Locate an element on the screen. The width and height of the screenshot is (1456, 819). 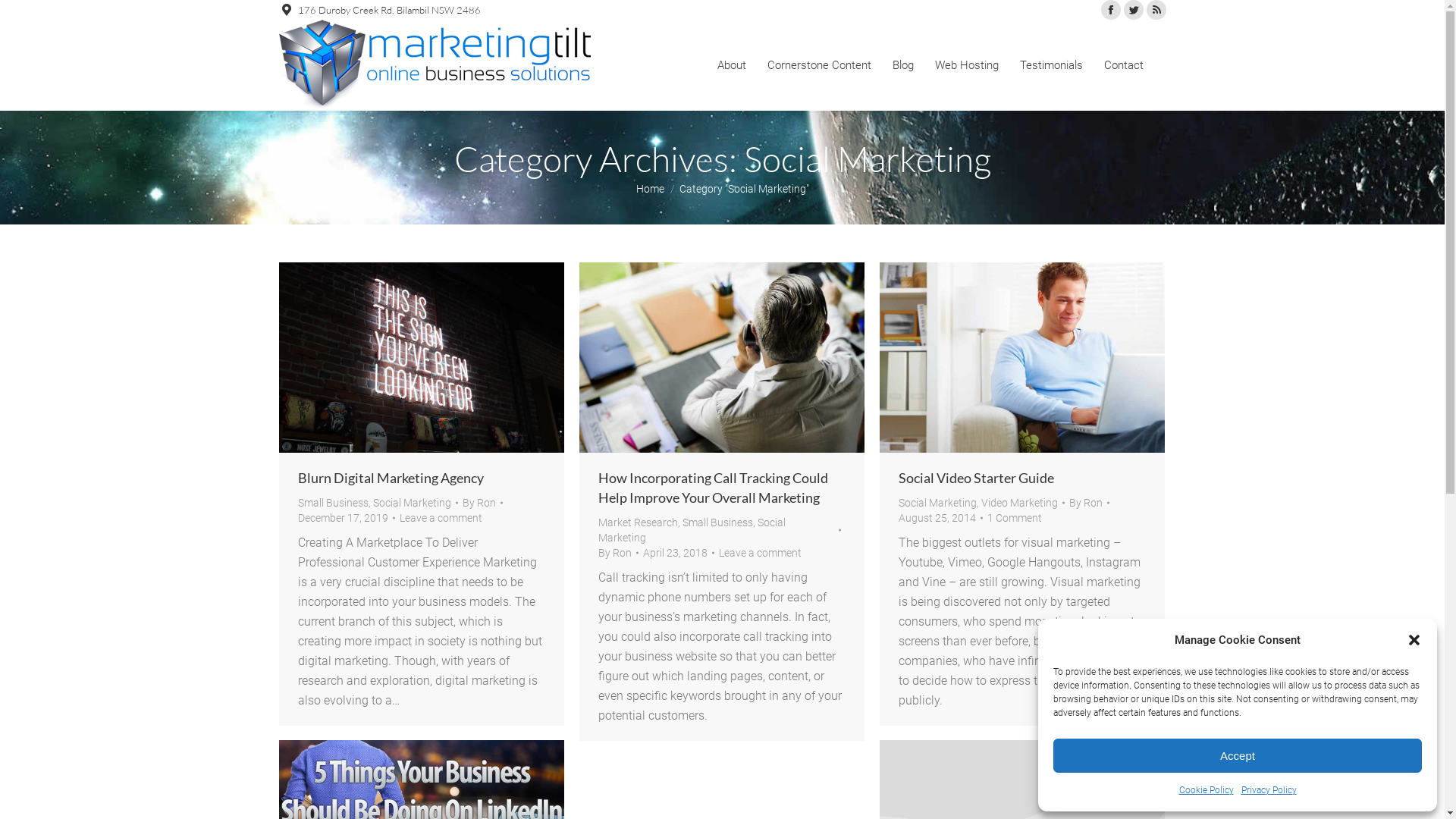
'Market Research' is located at coordinates (637, 522).